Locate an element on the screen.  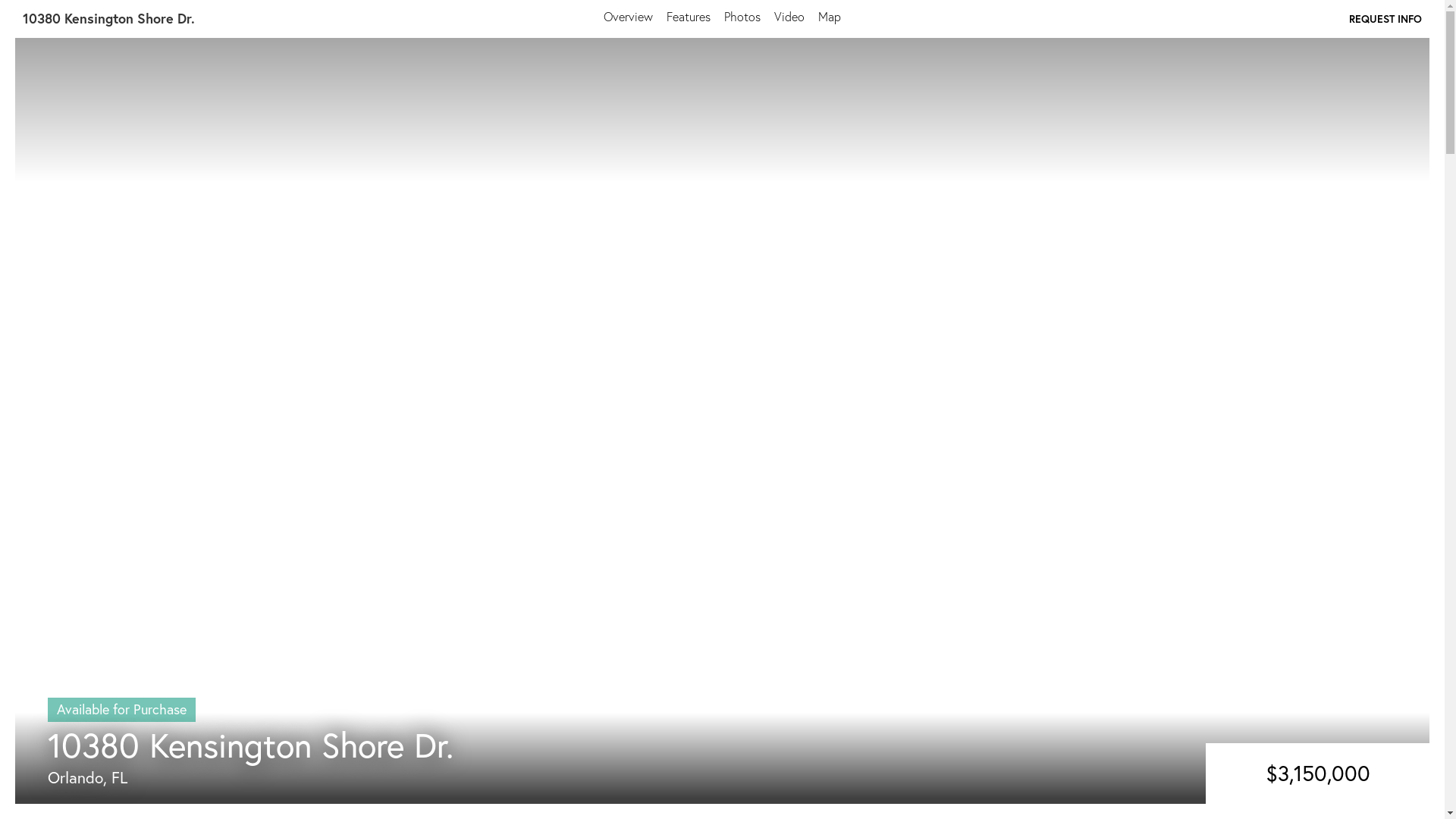
'Features' is located at coordinates (666, 16).